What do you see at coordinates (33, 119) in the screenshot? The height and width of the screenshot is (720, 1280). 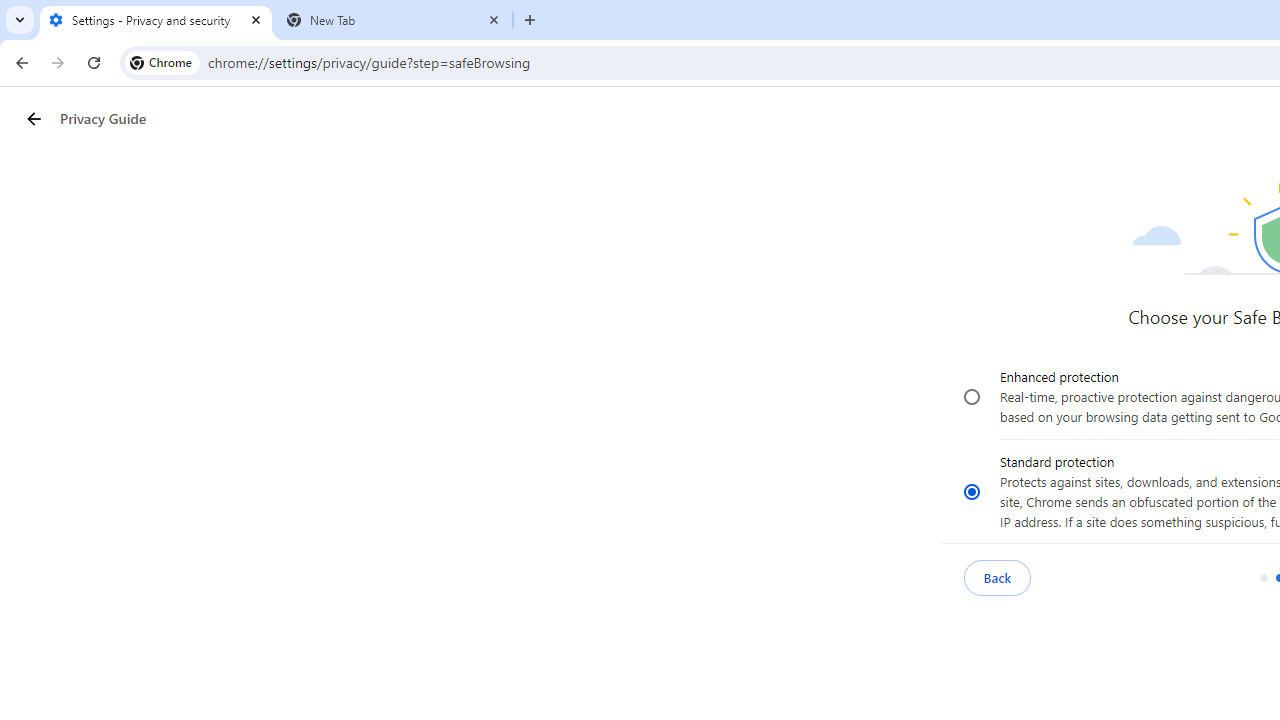 I see `'Privacy Guide back button'` at bounding box center [33, 119].